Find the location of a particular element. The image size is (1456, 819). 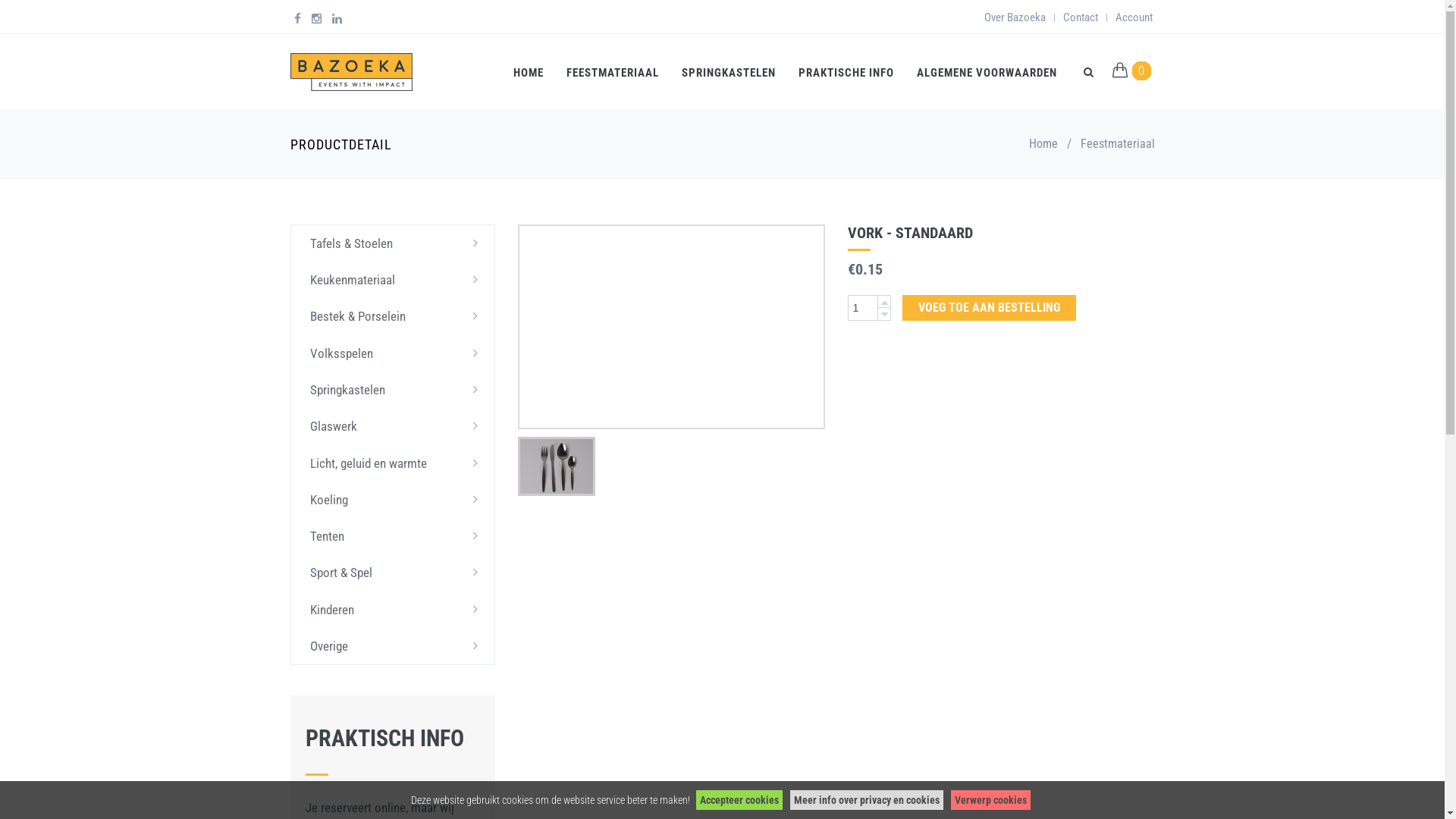

'Verwerp cookies' is located at coordinates (990, 799).